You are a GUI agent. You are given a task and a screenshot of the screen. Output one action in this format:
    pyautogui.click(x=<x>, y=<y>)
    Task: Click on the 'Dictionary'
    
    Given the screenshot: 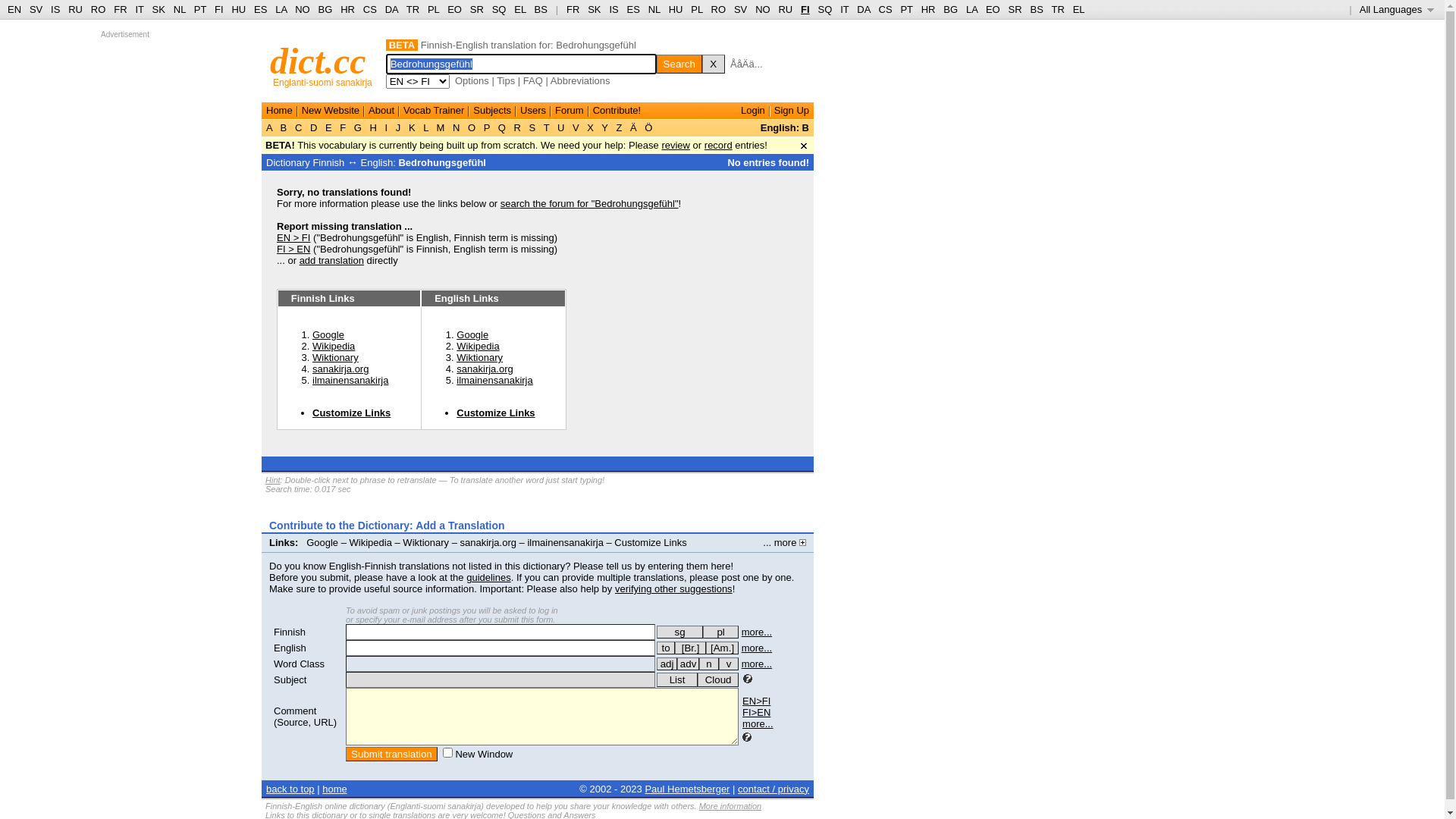 What is the action you would take?
    pyautogui.click(x=265, y=162)
    